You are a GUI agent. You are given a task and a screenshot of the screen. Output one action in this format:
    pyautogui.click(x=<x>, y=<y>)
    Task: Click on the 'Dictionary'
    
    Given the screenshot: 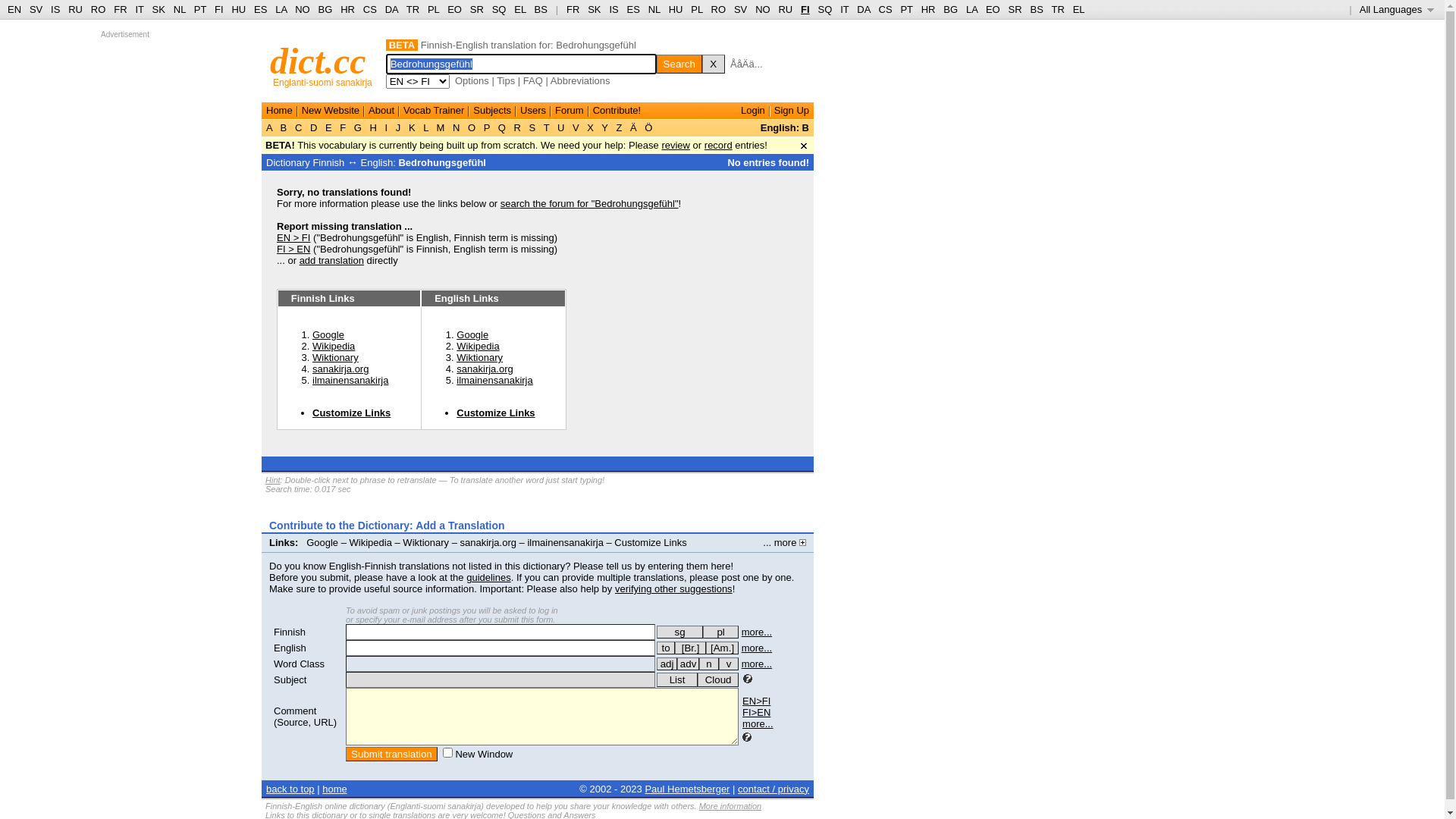 What is the action you would take?
    pyautogui.click(x=265, y=162)
    